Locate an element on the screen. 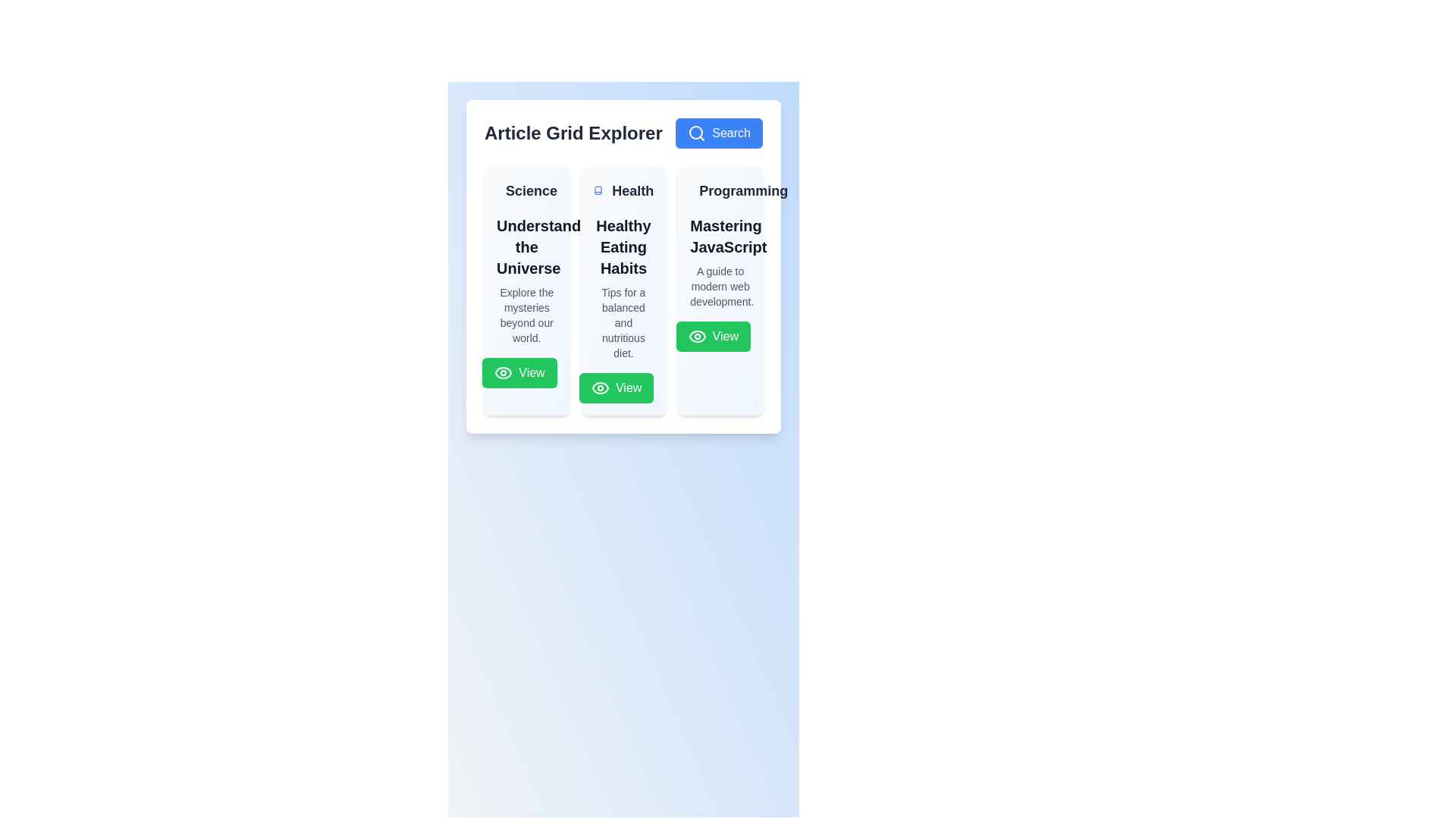 The height and width of the screenshot is (819, 1456). the search button by clicking on the center of the magnifying glass icon located in the top-right corner of the interface is located at coordinates (695, 131).